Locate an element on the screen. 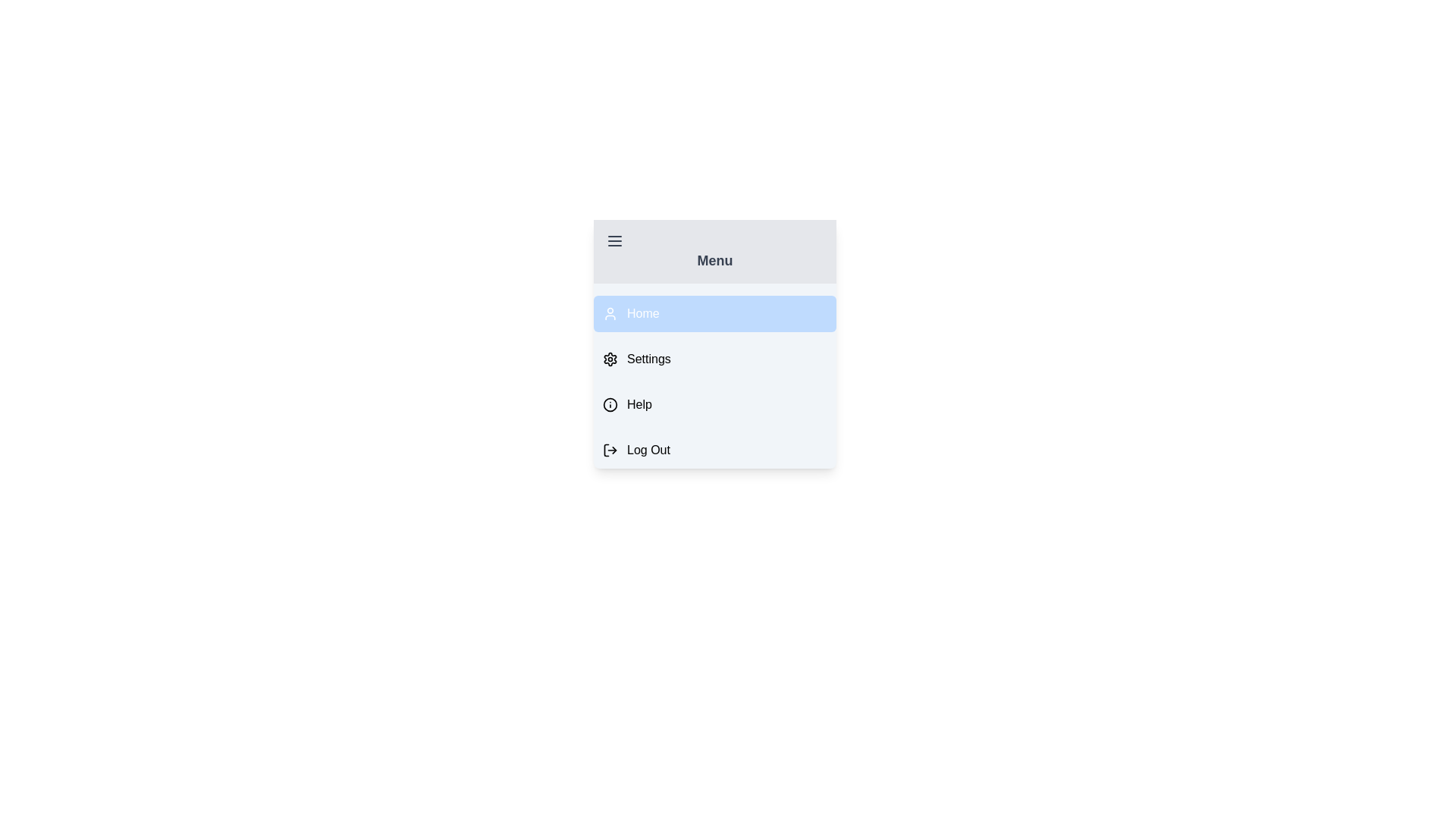 This screenshot has height=819, width=1456. the icon of the menu item labeled Log Out to inspect it is located at coordinates (610, 450).